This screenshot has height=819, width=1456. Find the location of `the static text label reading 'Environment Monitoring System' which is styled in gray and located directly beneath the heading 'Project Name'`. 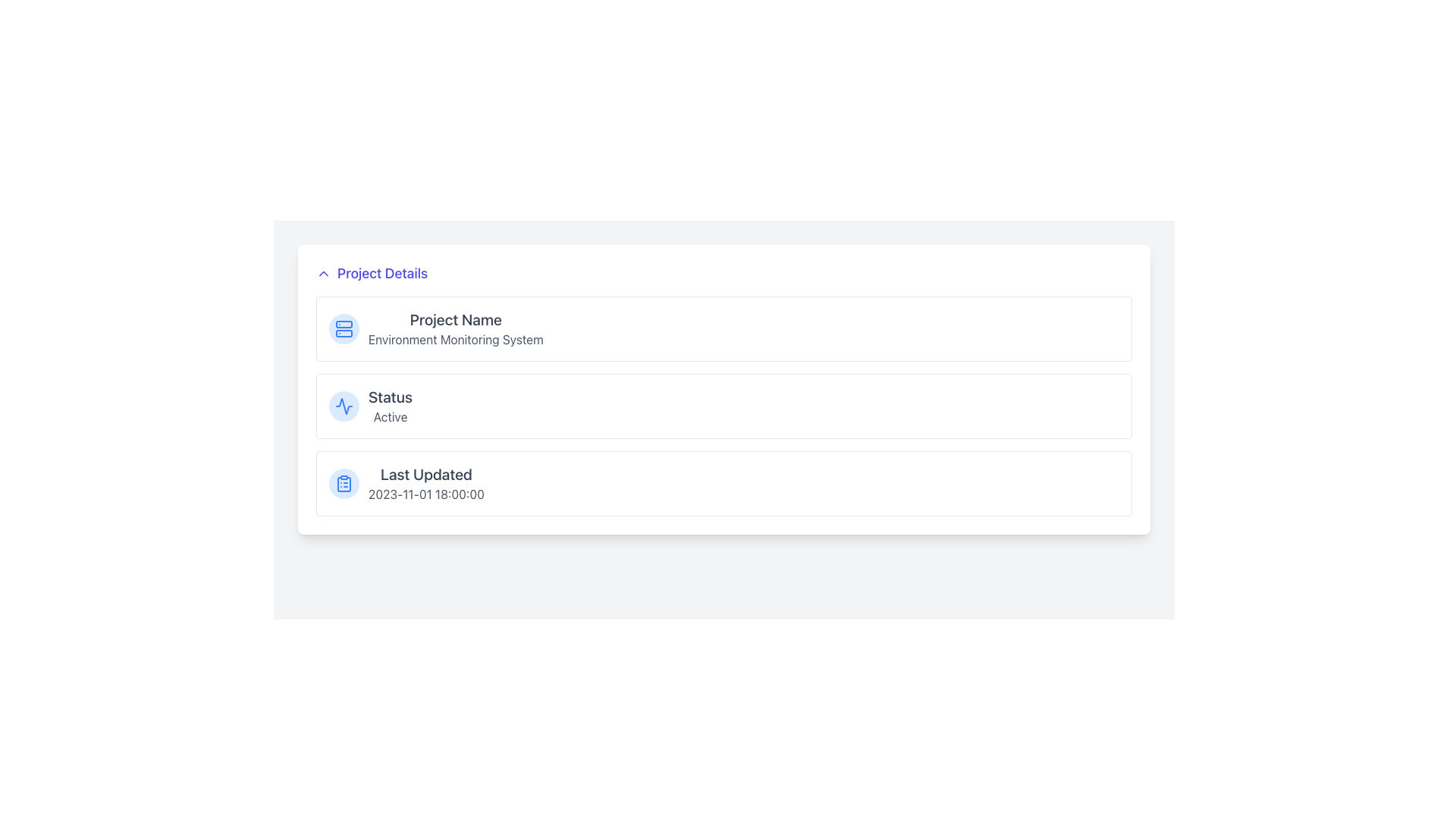

the static text label reading 'Environment Monitoring System' which is styled in gray and located directly beneath the heading 'Project Name' is located at coordinates (455, 338).